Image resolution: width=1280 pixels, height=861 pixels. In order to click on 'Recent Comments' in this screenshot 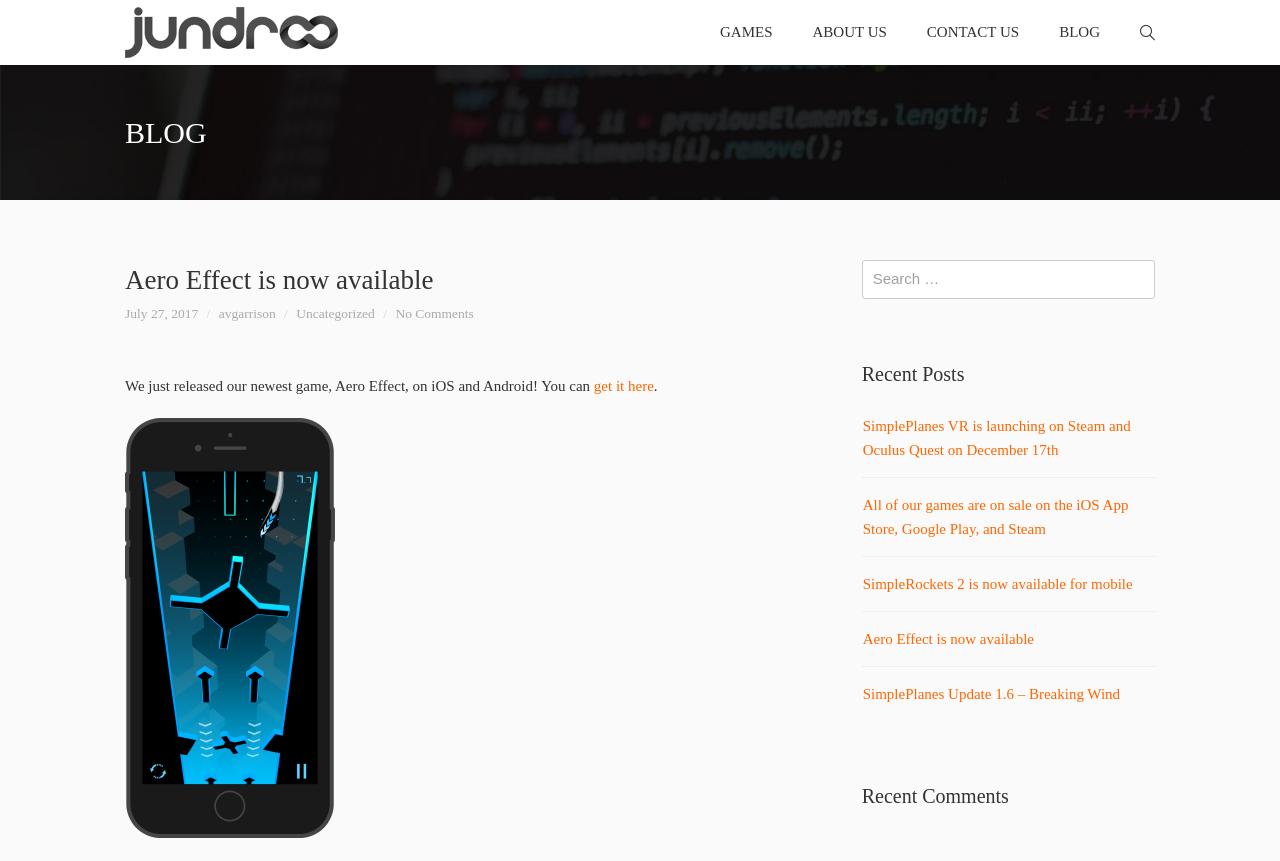, I will do `click(933, 795)`.